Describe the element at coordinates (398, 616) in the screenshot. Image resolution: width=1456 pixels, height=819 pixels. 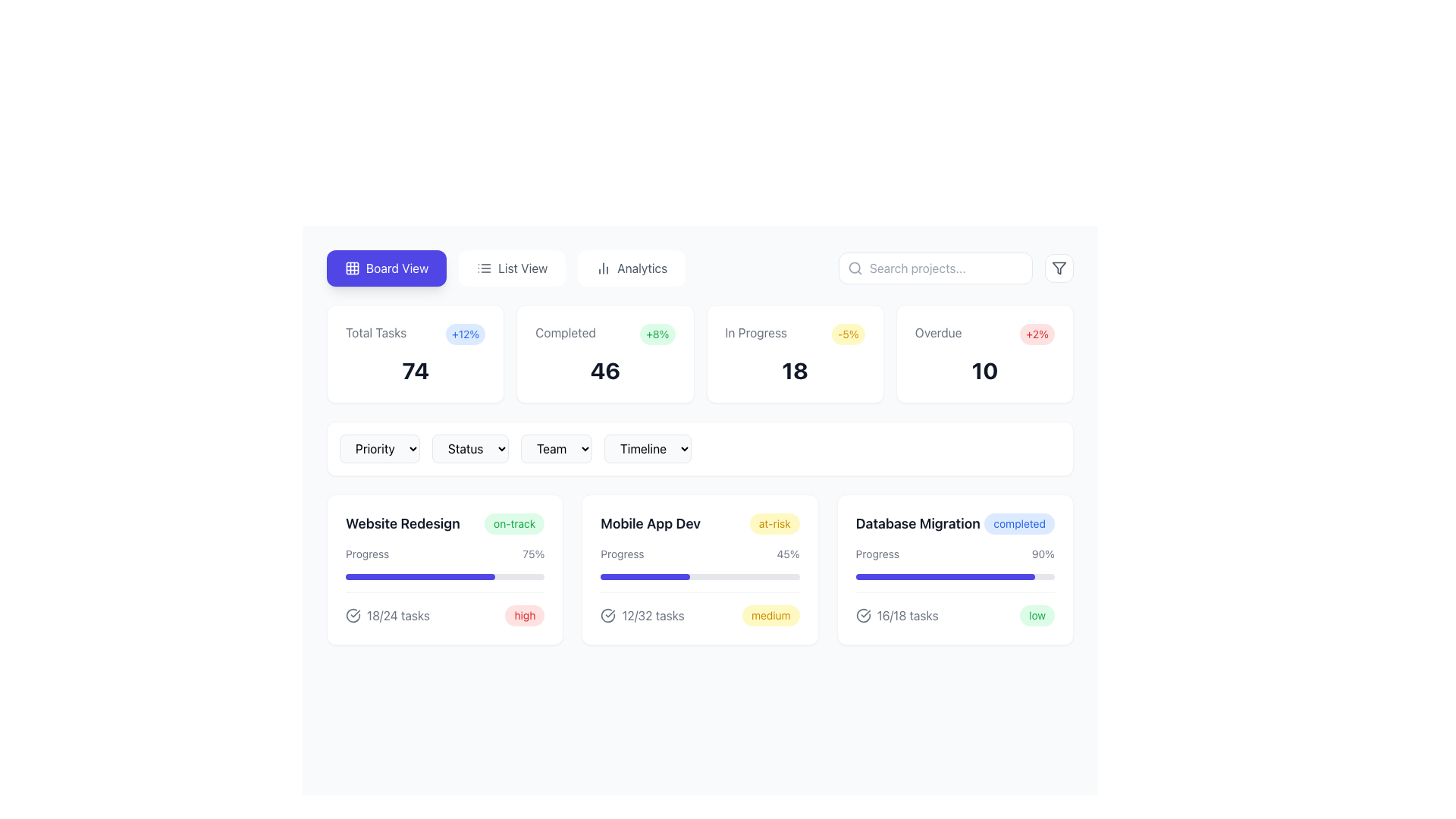
I see `information displayed in the text indicating the number of tasks completed for the 'Website Redesign' section, located beneath the section and adjacent to the checkmark icon and status indicator` at that location.